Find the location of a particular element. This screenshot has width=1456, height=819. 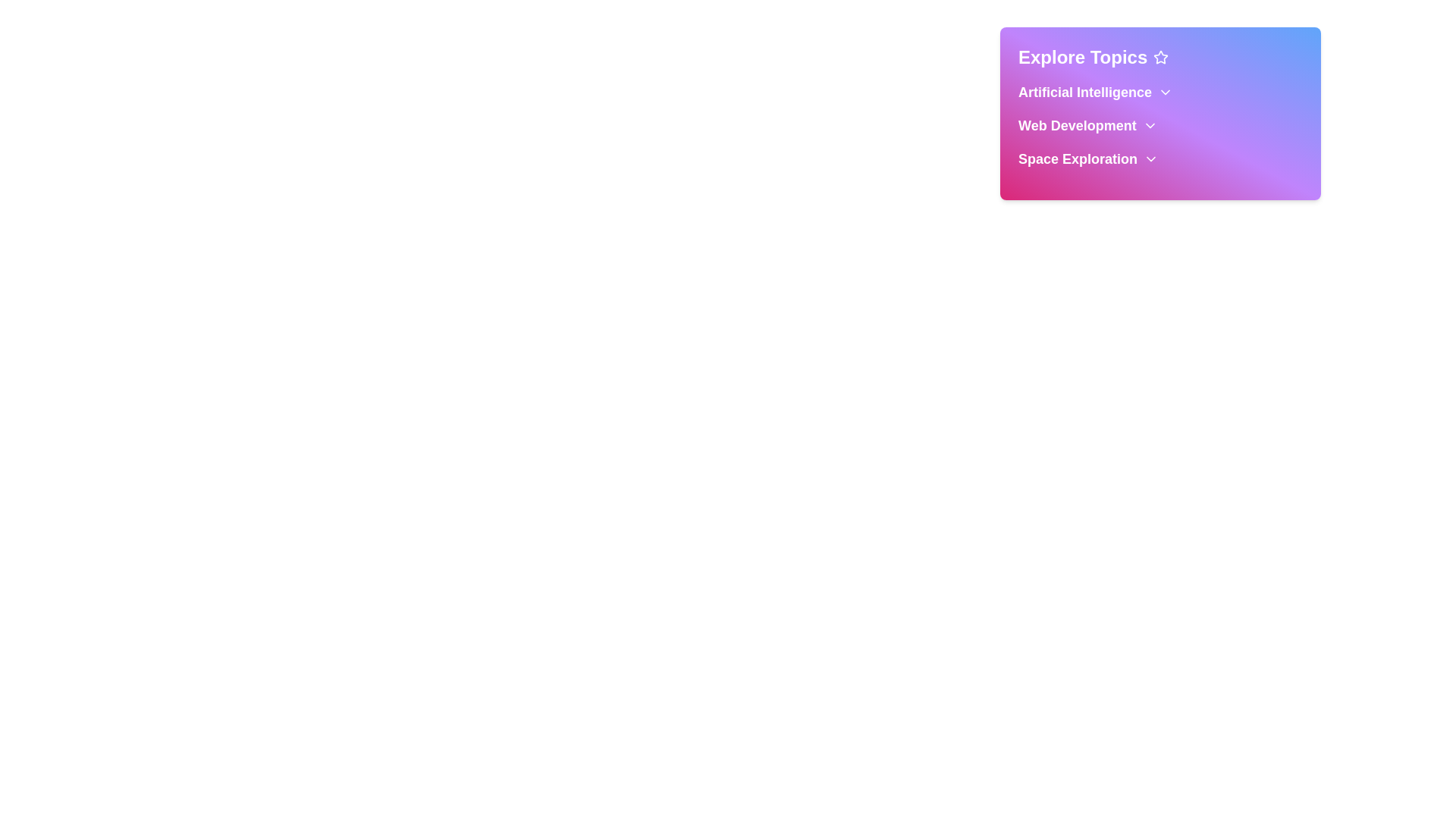

the 'Web Development' category in the interactive list item located in the 'Explore Topics' section is located at coordinates (1159, 124).